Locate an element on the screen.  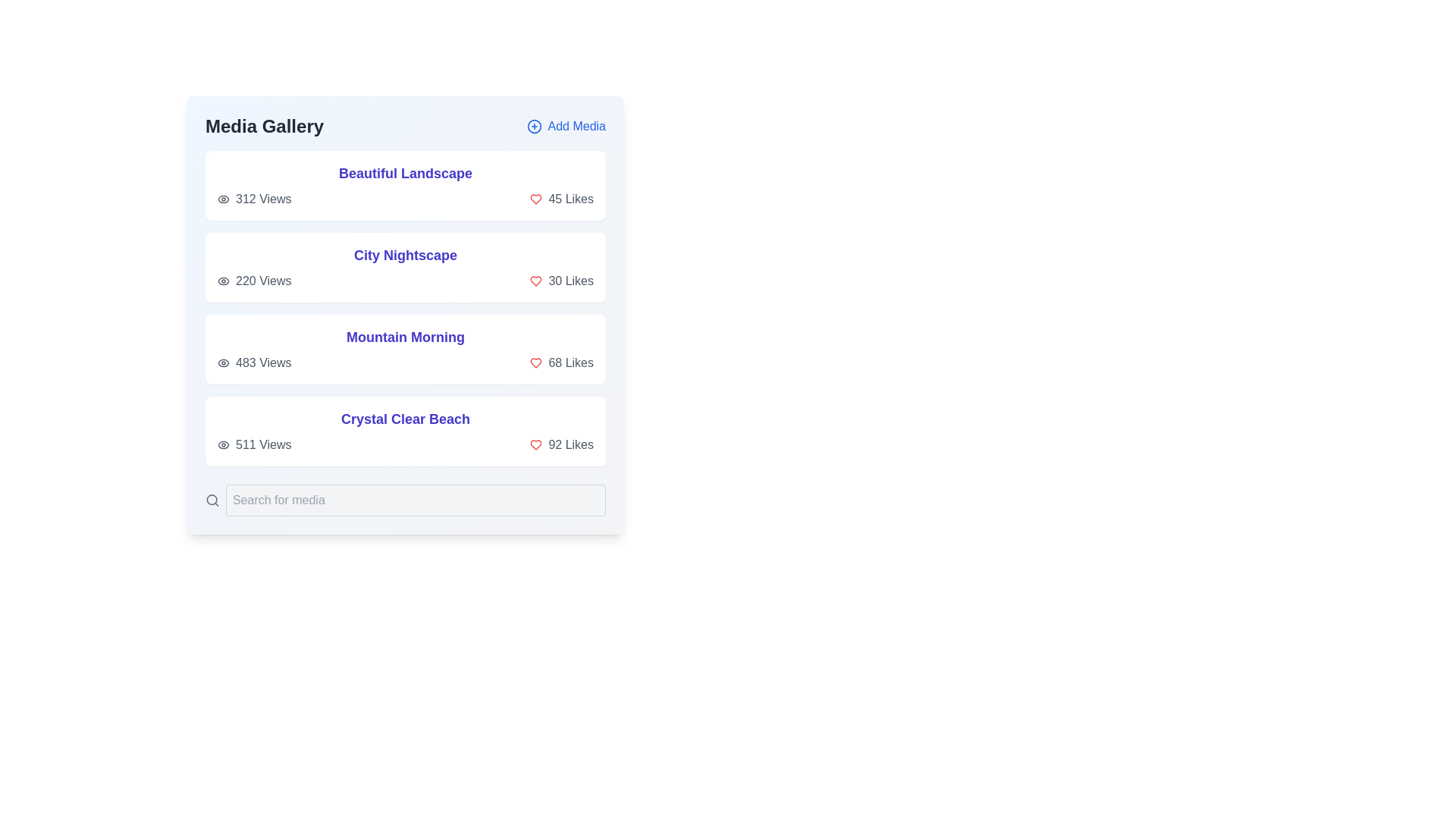
'Add Media' button to initiate adding a new media item is located at coordinates (565, 125).